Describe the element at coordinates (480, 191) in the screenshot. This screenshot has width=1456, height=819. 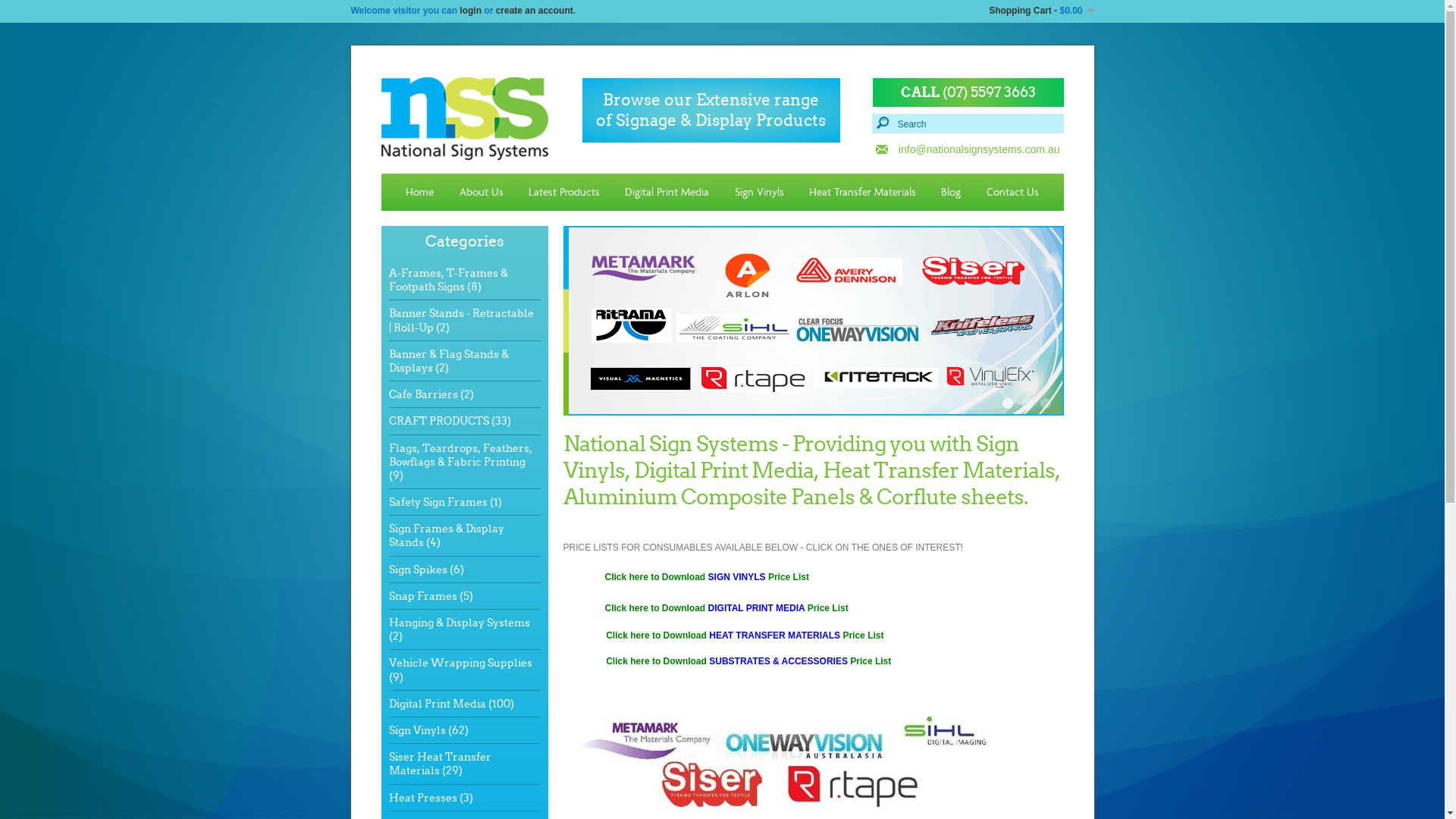
I see `'About Us'` at that location.